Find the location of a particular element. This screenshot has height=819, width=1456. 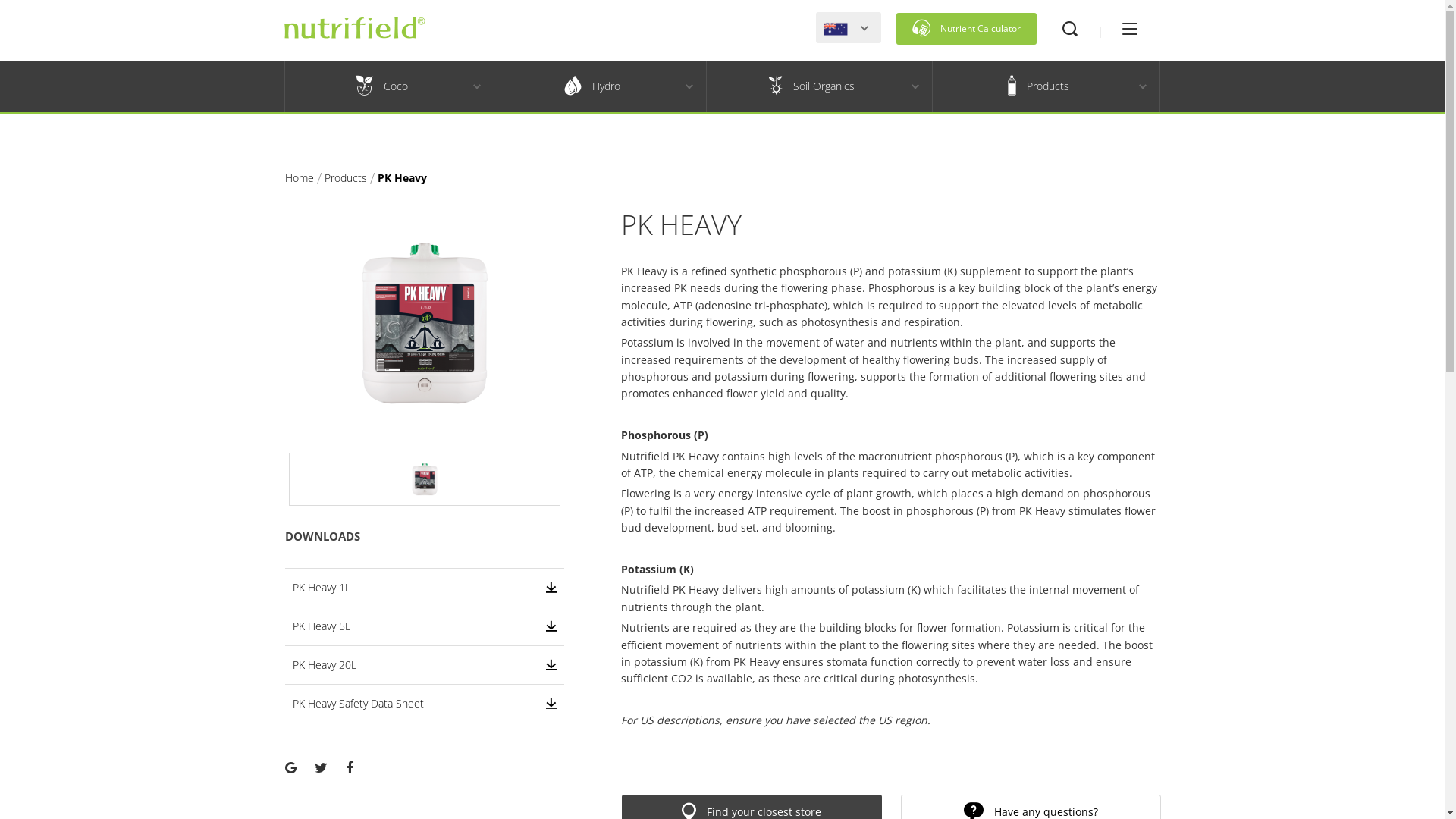

'Coco' is located at coordinates (381, 86).